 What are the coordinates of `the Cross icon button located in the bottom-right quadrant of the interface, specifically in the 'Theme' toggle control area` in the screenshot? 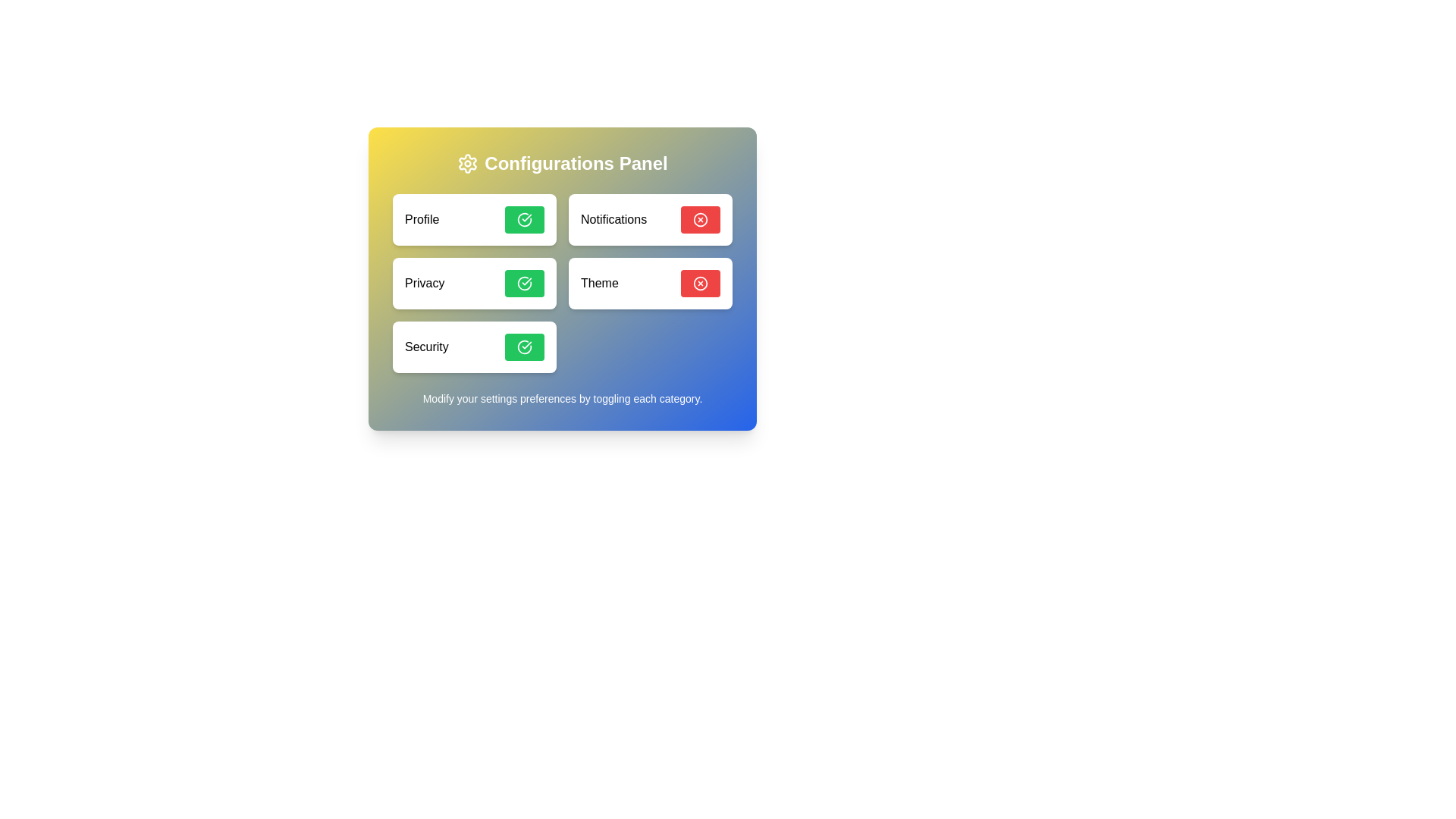 It's located at (700, 284).